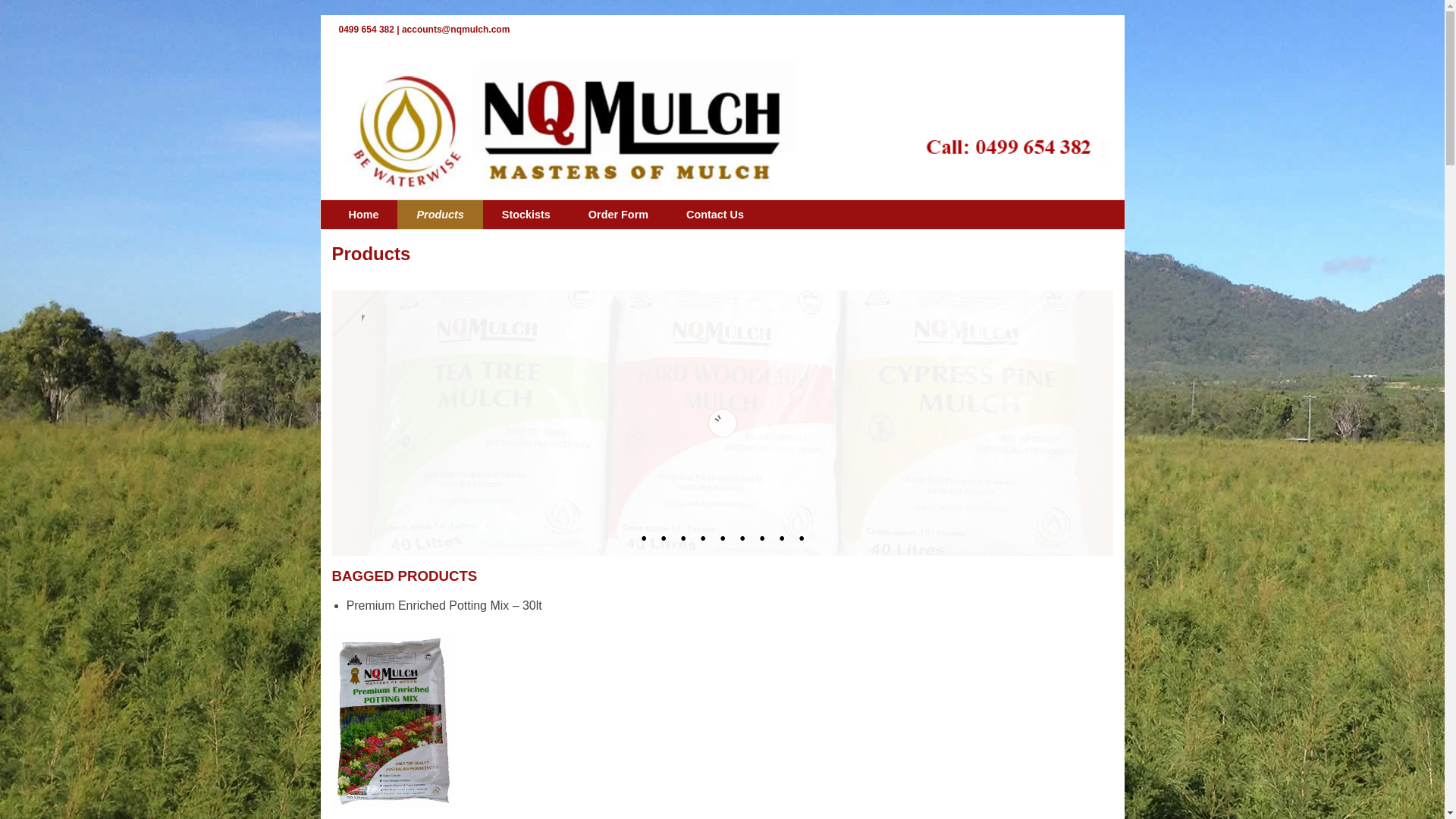 Image resolution: width=1456 pixels, height=819 pixels. What do you see at coordinates (526, 214) in the screenshot?
I see `'Stockists'` at bounding box center [526, 214].